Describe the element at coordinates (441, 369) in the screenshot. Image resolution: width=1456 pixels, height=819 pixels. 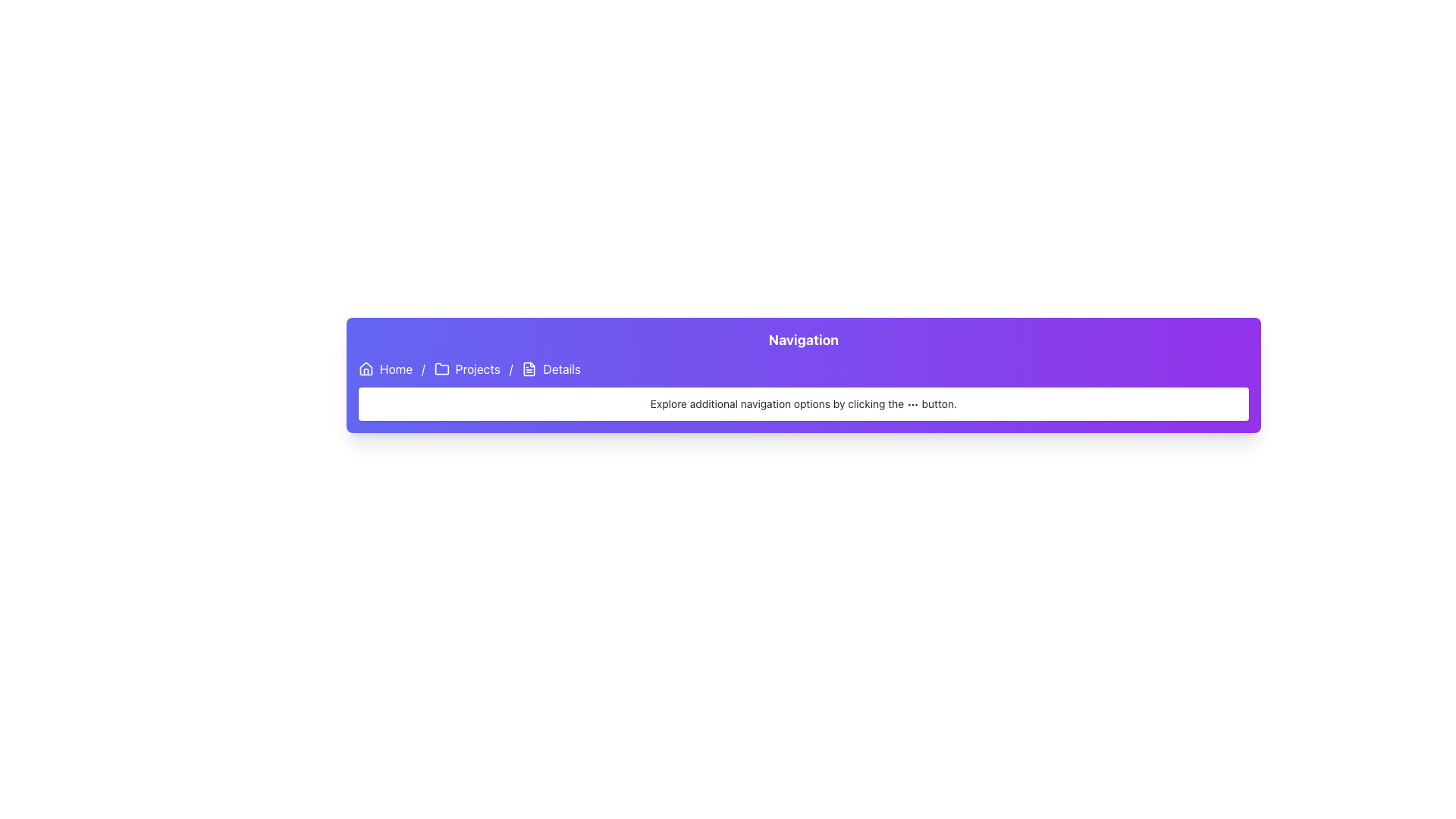
I see `the folder icon in the breadcrumb navigation bar, which represents the 'projects' section, located between the 'home' and 'details' icons` at that location.